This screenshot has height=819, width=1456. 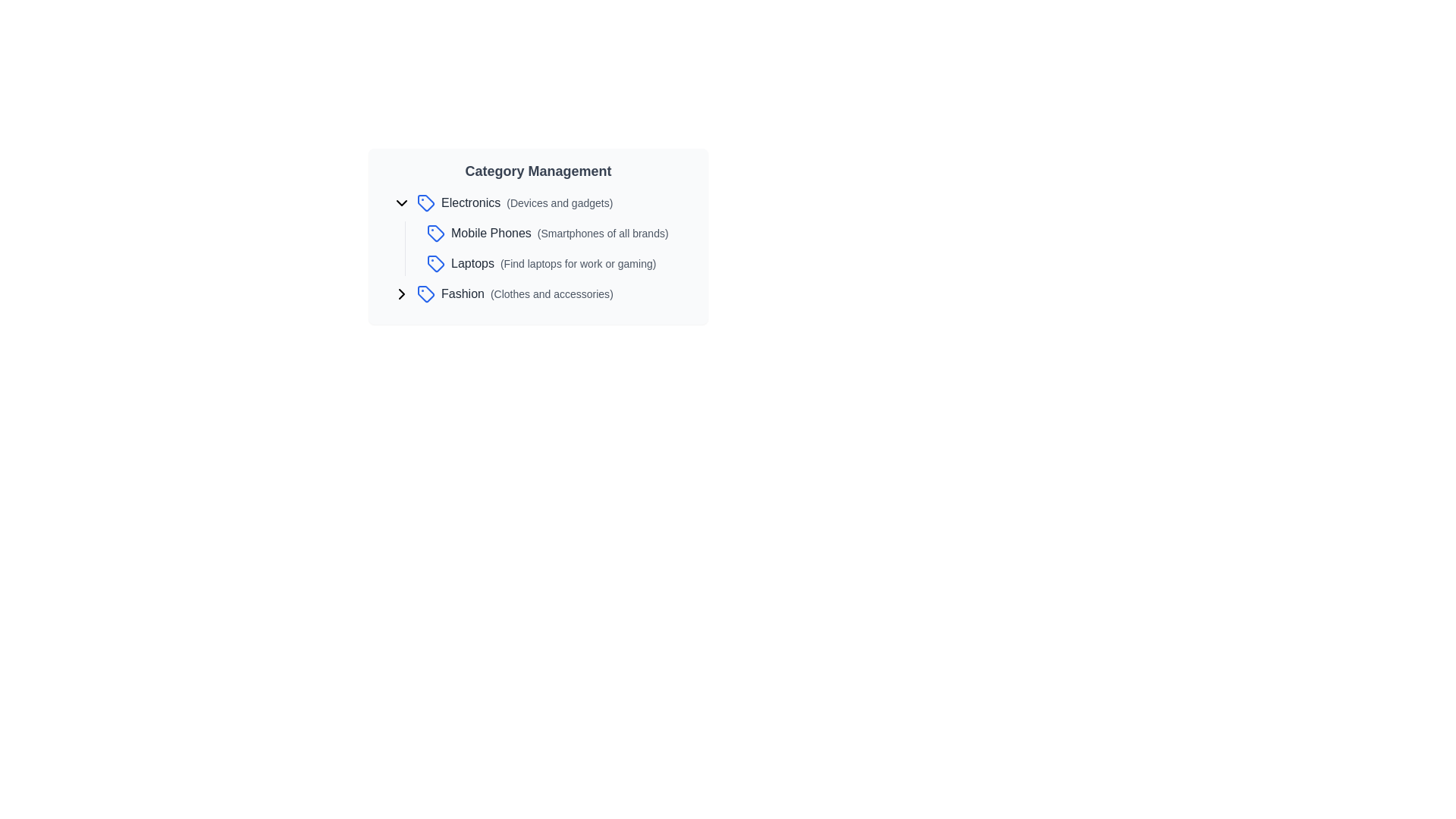 I want to click on the 'Electronics (Devices and gadgets)' category icon located to the left of the item text in the 'Category Management' list, so click(x=425, y=202).